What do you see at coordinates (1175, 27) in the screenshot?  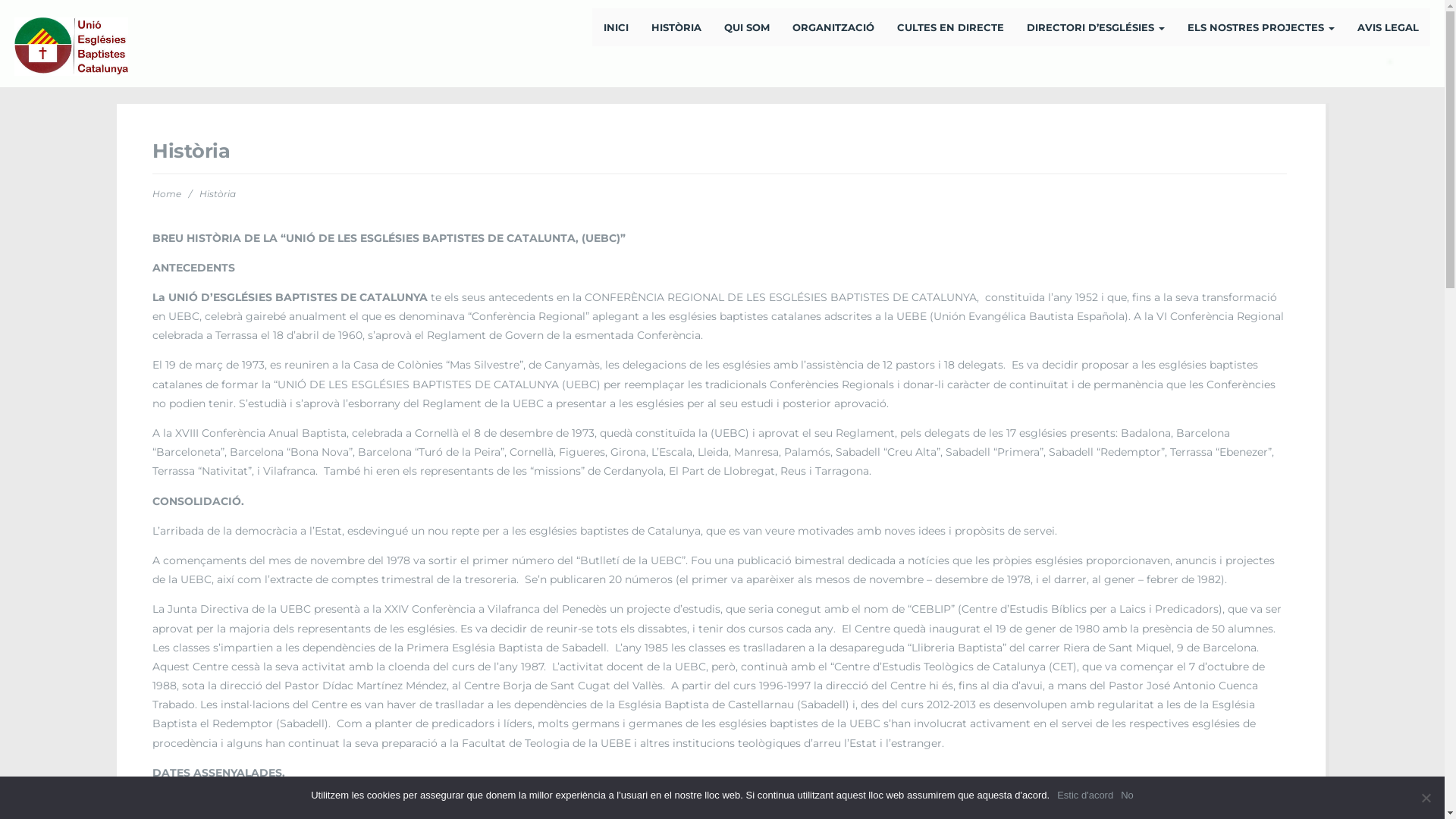 I see `'ELS NOSTRES PROJECTES'` at bounding box center [1175, 27].